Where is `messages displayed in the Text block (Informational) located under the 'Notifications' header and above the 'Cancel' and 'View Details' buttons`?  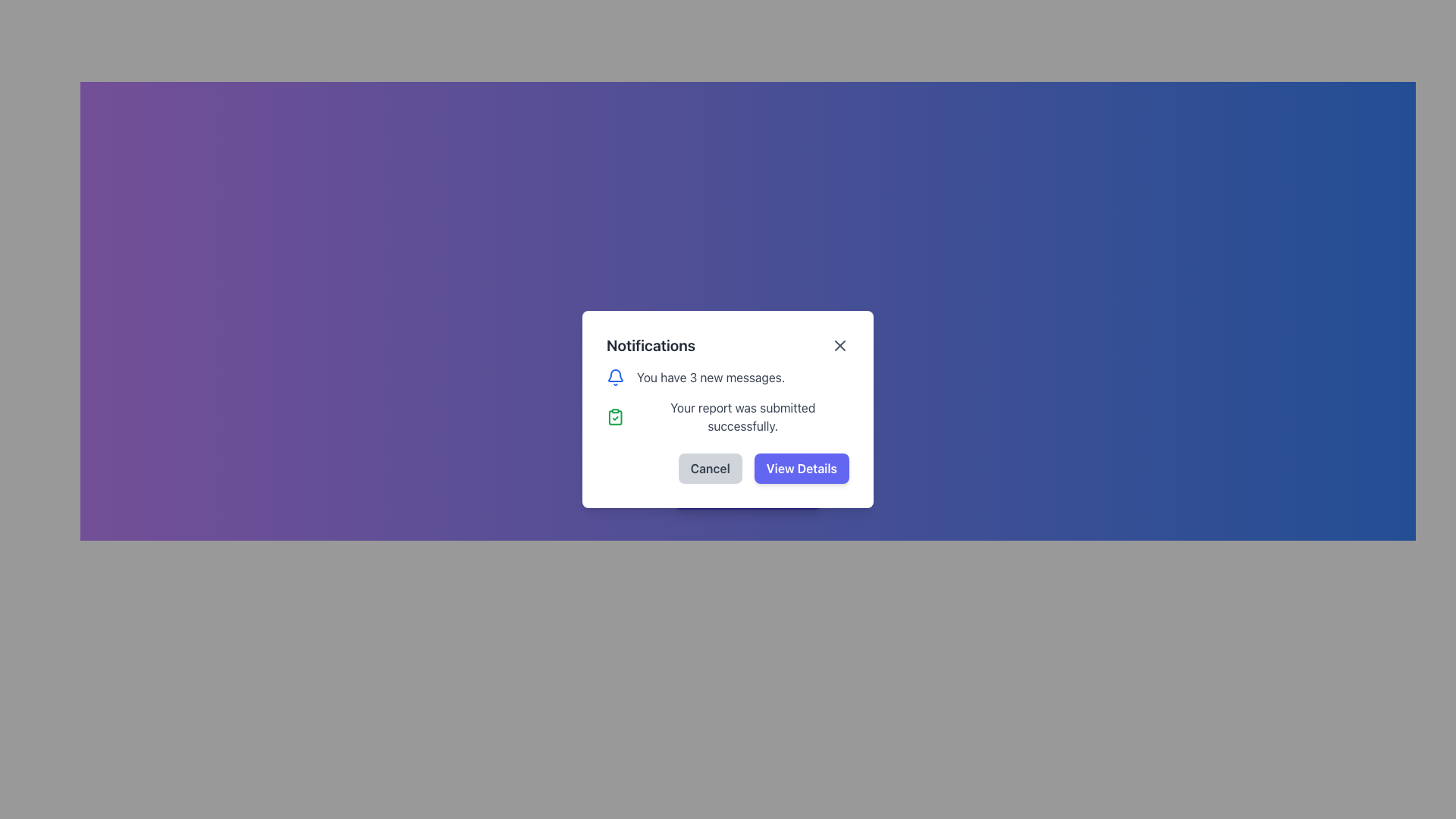 messages displayed in the Text block (Informational) located under the 'Notifications' header and above the 'Cancel' and 'View Details' buttons is located at coordinates (728, 400).